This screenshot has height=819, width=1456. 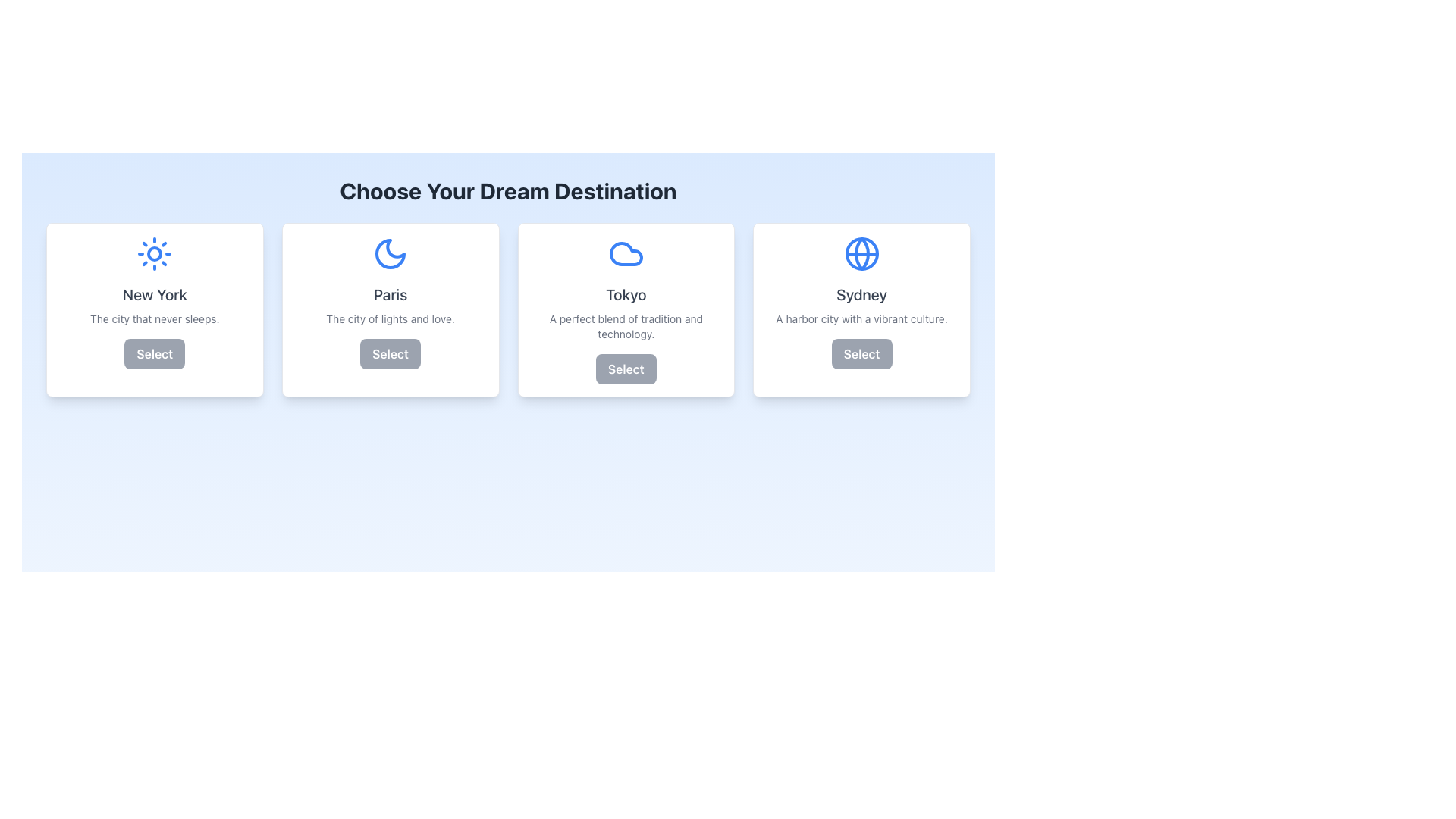 What do you see at coordinates (861, 253) in the screenshot?
I see `the decorative icon representing the city of Sydney, which is the first visual component in the far right of a horizontal row of city cards` at bounding box center [861, 253].